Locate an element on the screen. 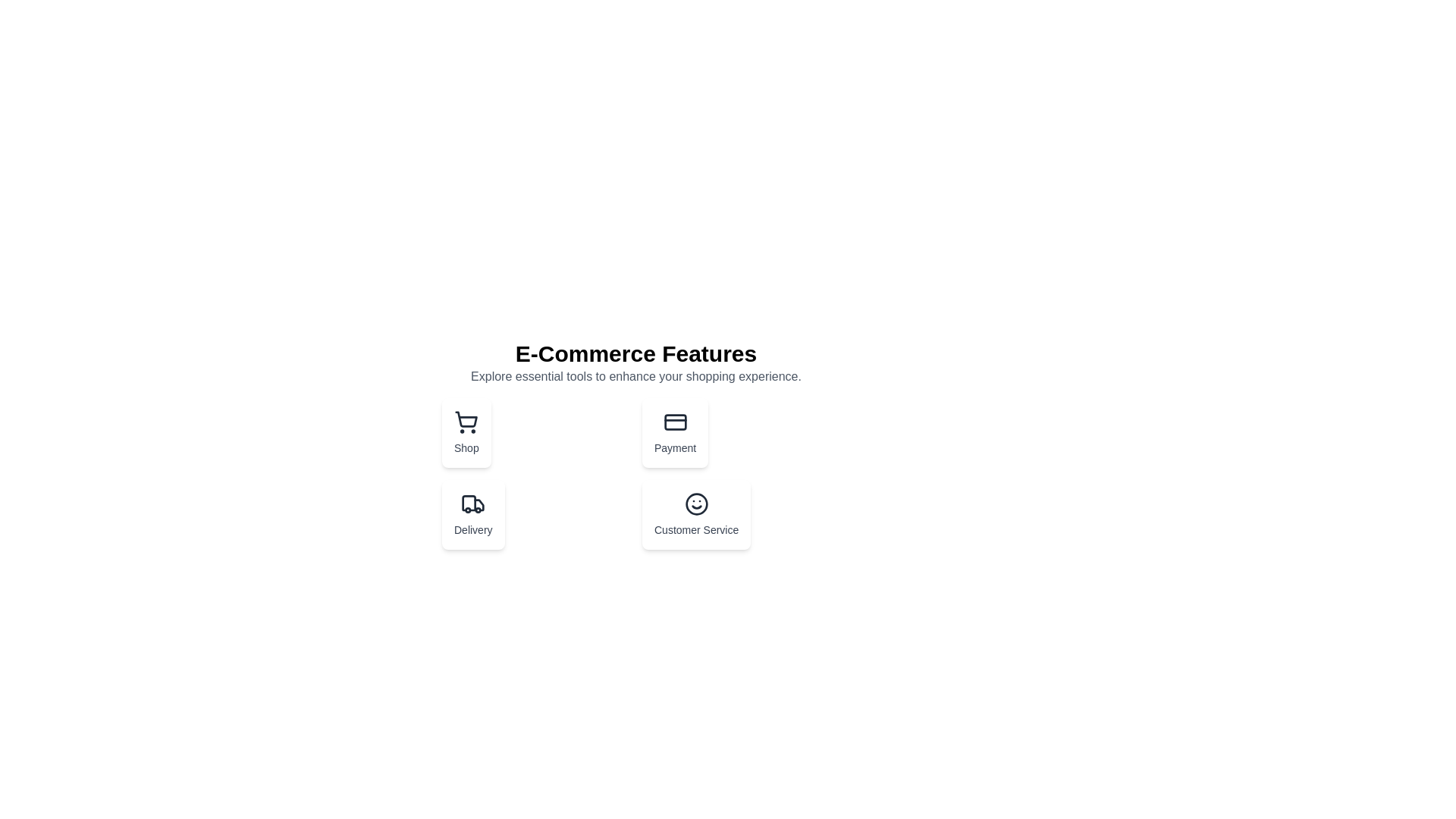 The width and height of the screenshot is (1456, 819). the rectangular button with rounded edges, featuring a white background and a truck icon above the text 'Delivery' in dark gray, located below the 'E-Commerce Features' heading is located at coordinates (472, 513).